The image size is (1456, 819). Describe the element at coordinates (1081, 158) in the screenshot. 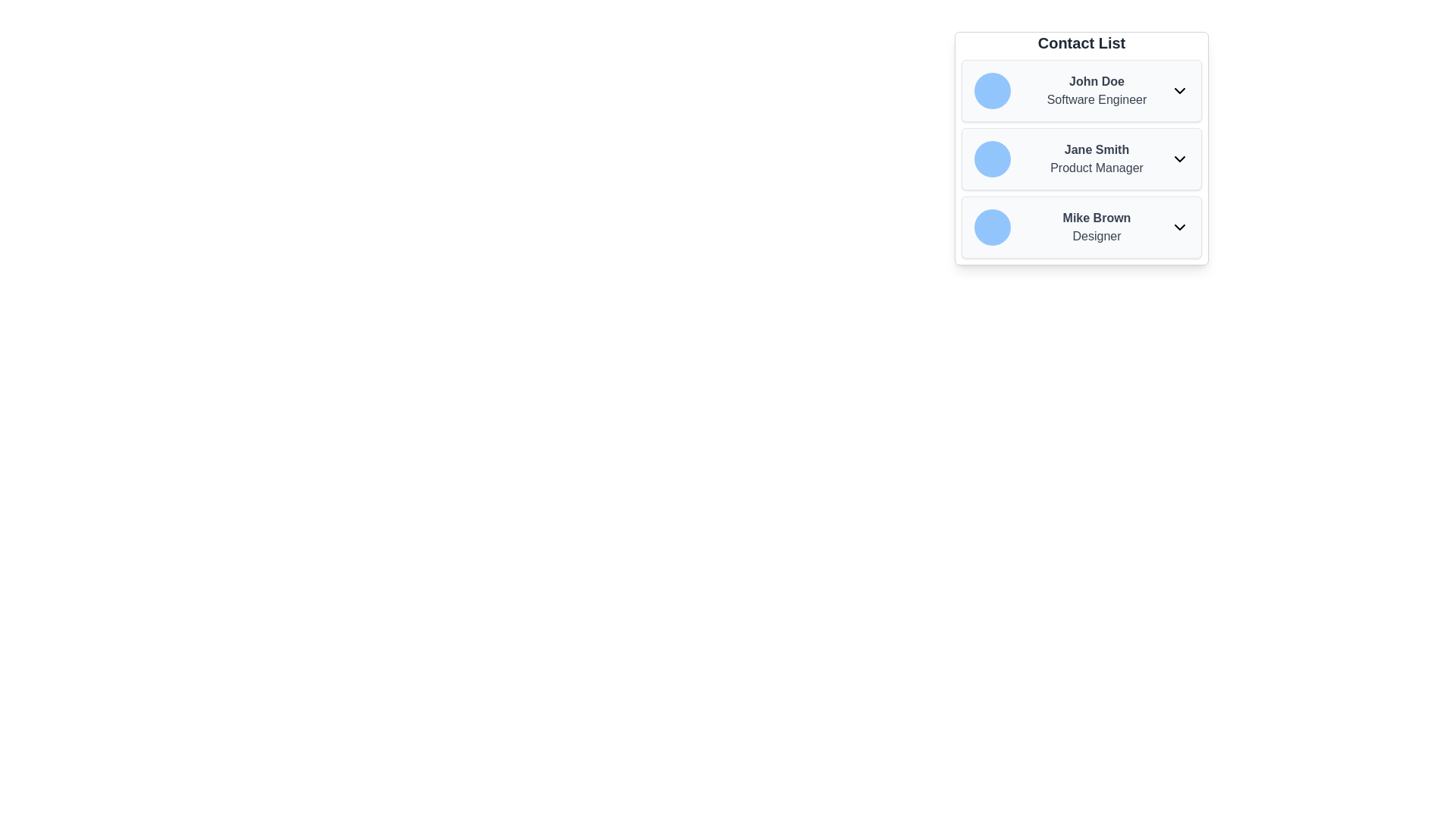

I see `the second contact card for 'Jane Smith'` at that location.